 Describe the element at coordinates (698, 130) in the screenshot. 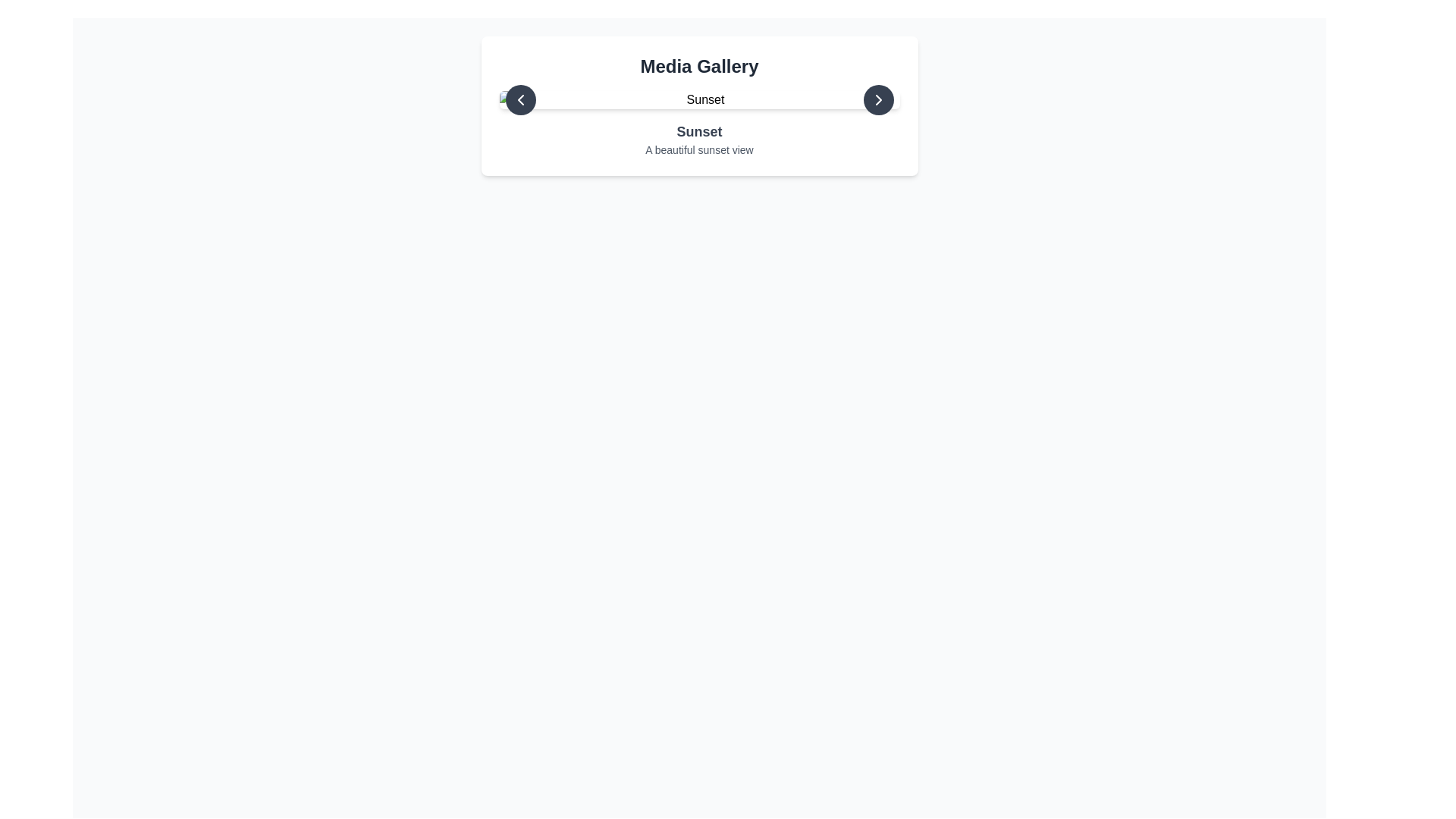

I see `the text label 'Sunset', which is styled in a bold and larger font and centrally located within a white card-like component` at that location.